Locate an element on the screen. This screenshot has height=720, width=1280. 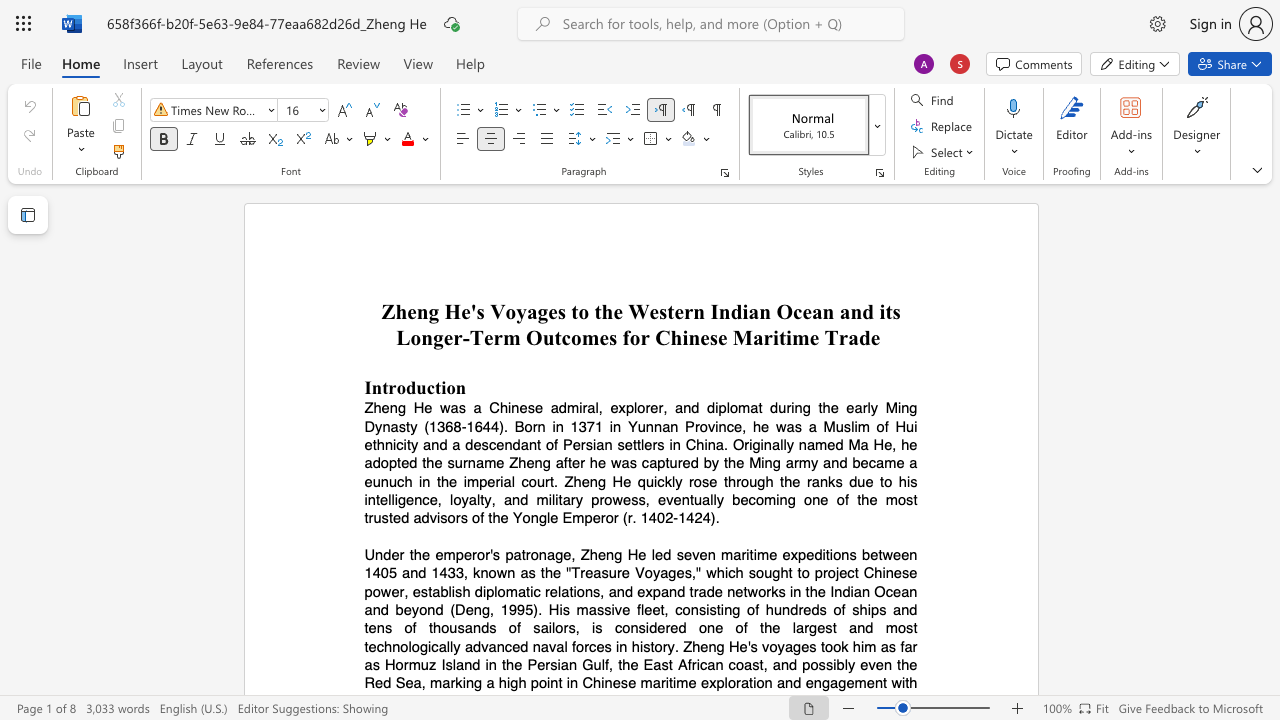
the subset text "y ev" within the text "possibly even" is located at coordinates (847, 665).